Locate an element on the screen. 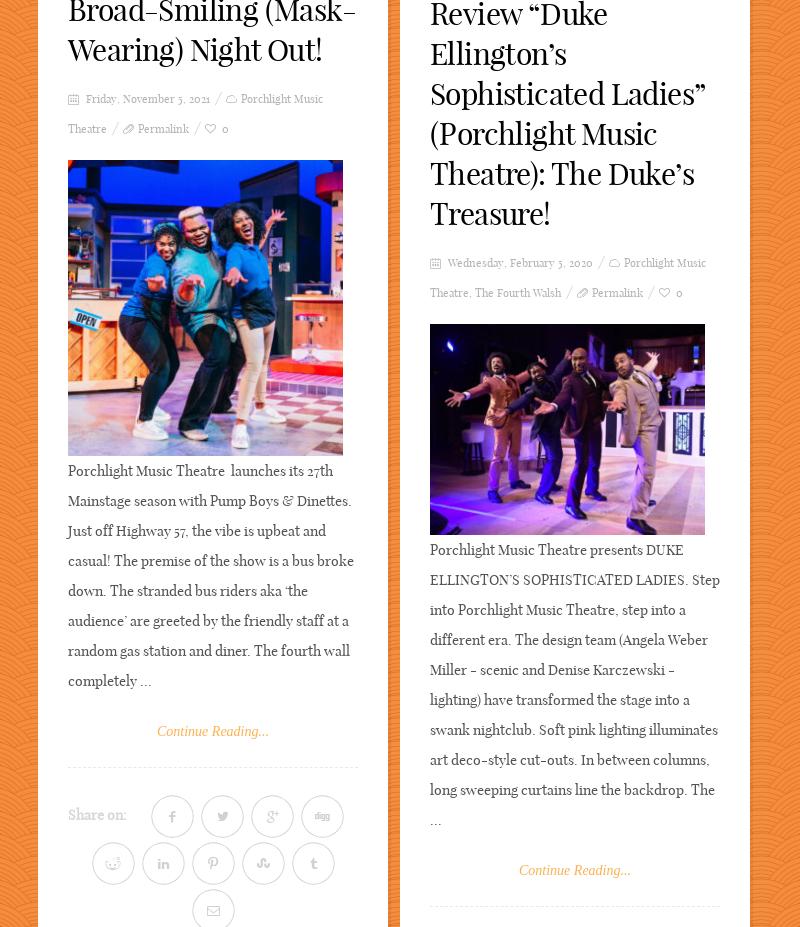 The height and width of the screenshot is (927, 800). 'Porchlight Music Theatre  launches its 27th Mainstage season with Pump Boys & Dinettes.
Just off Highway 57, the vibe is upbeat and casual! The premise of the show is a bus broke down. The stranded bus riders aka ‘the audience’ are greeted by the friendly staff at a random gas station and diner. The fourth wall completely ...' is located at coordinates (68, 575).